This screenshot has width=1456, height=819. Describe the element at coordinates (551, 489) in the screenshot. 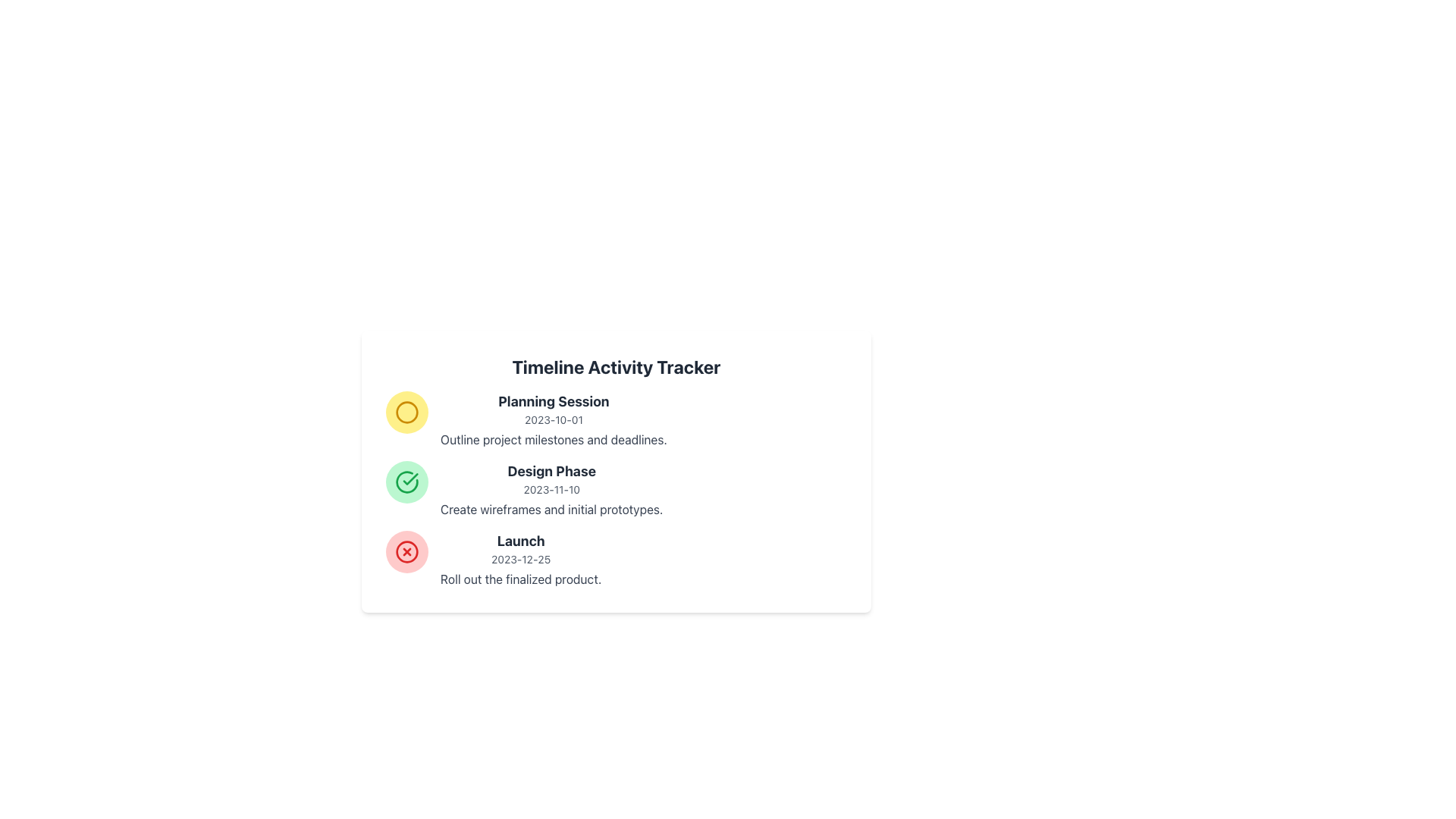

I see `the Static Text Block titled 'Design Phase' which includes the date '2023-11-10' and description 'Create wireframes and initial prototypes.'` at that location.